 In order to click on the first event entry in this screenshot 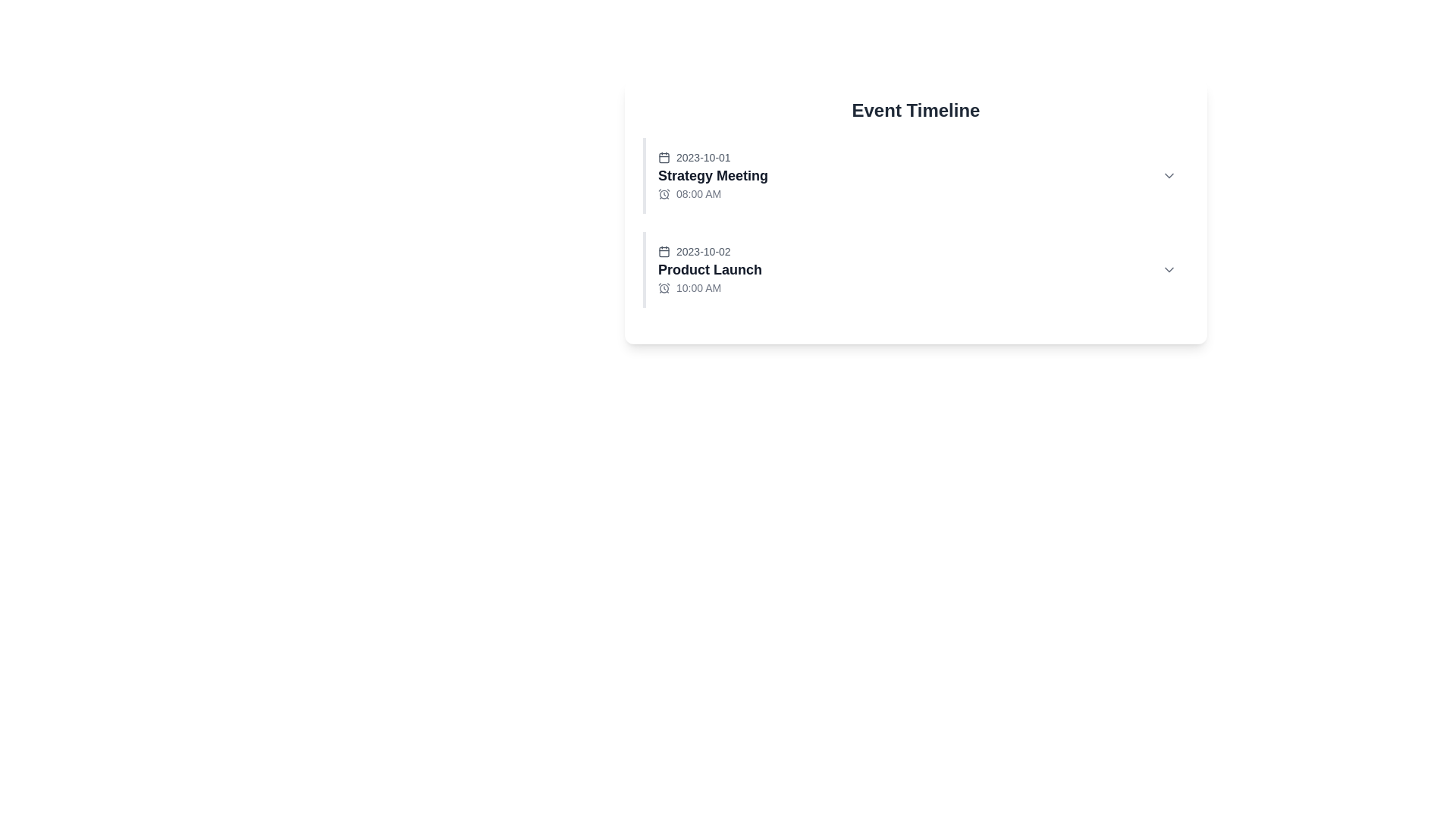, I will do `click(712, 174)`.